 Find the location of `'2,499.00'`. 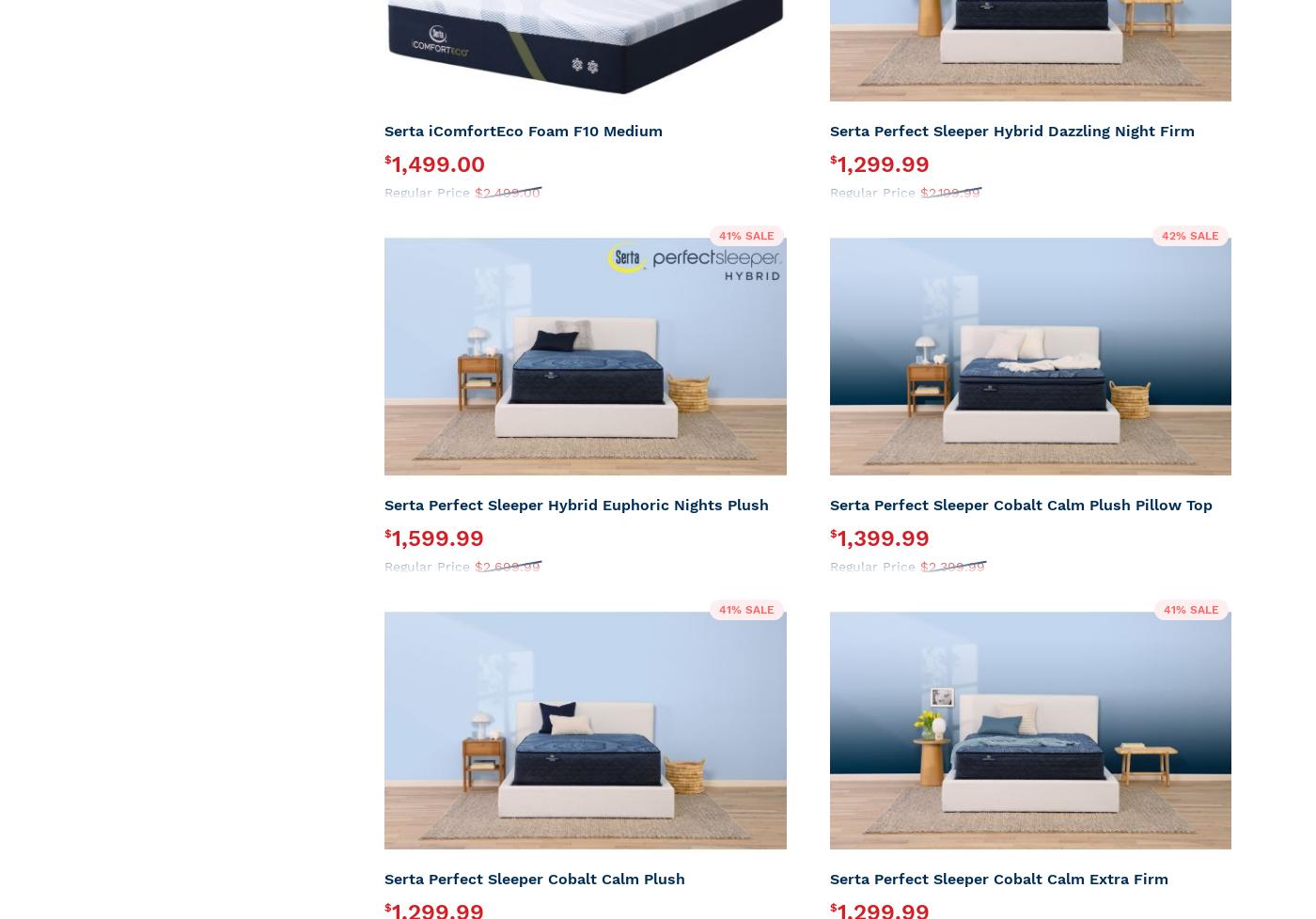

'2,499.00' is located at coordinates (511, 192).